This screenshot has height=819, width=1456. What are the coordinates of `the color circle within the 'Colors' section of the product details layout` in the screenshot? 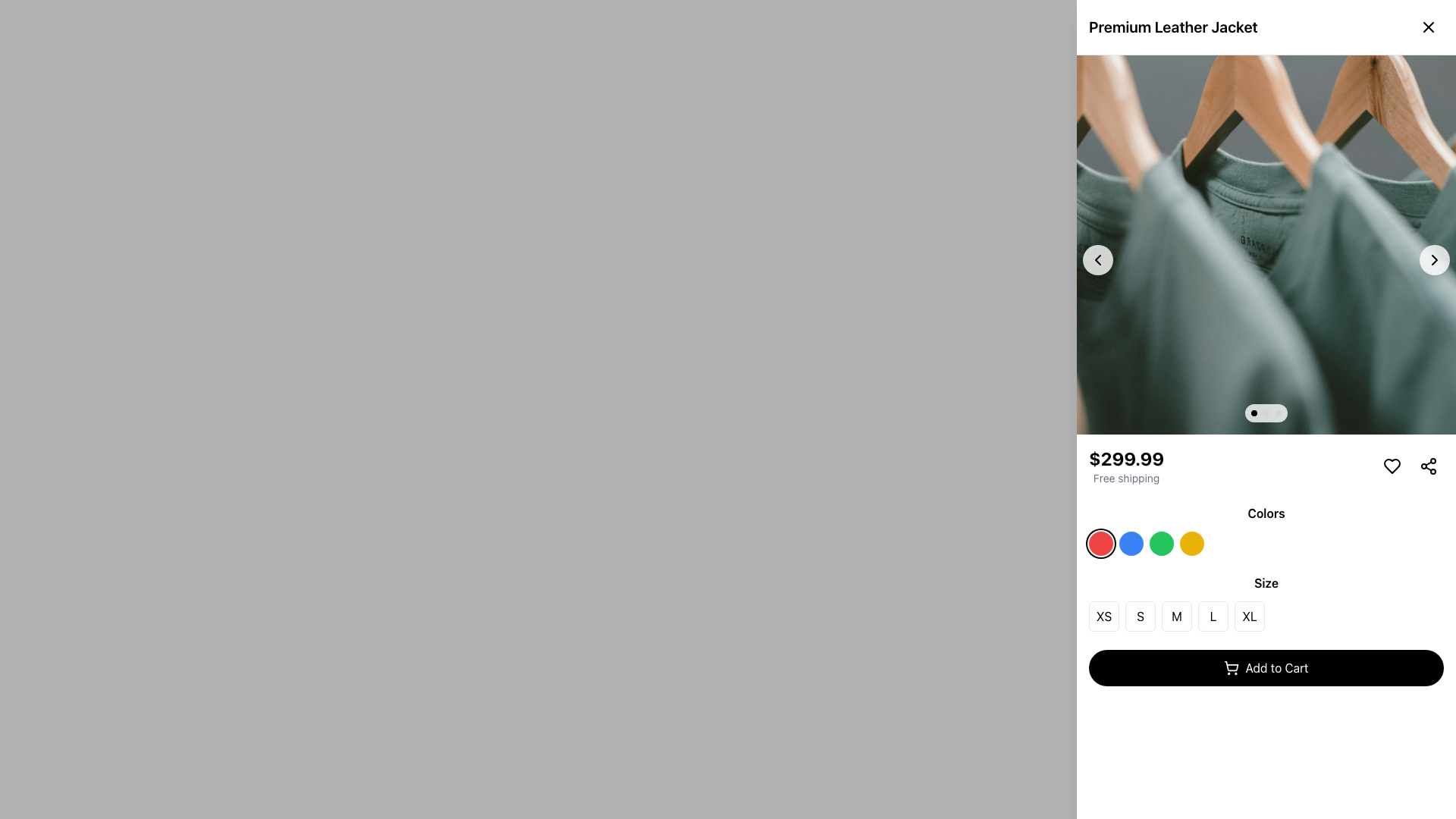 It's located at (1266, 529).